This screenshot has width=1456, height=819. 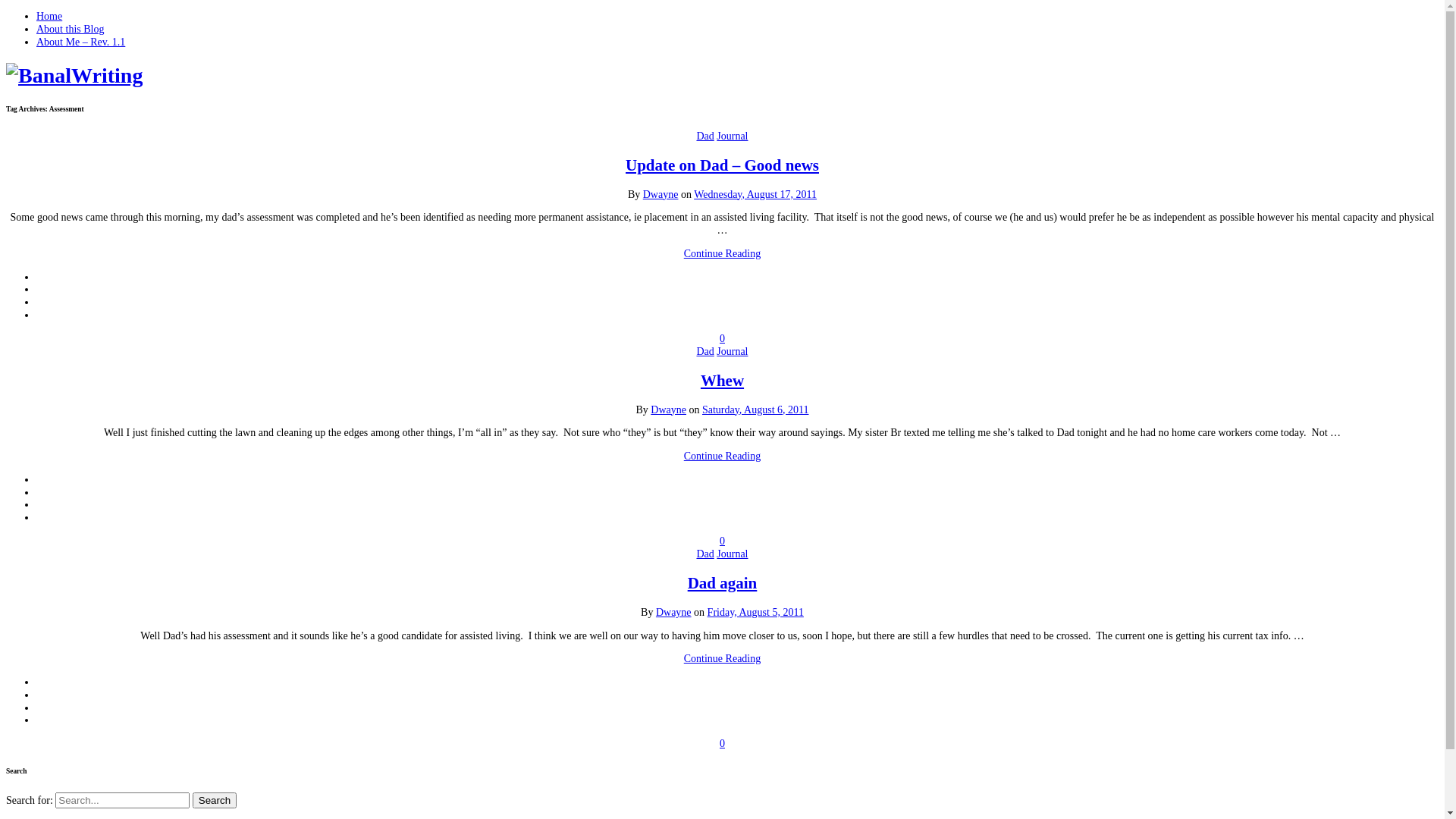 What do you see at coordinates (755, 408) in the screenshot?
I see `'Saturday, August 6, 2011'` at bounding box center [755, 408].